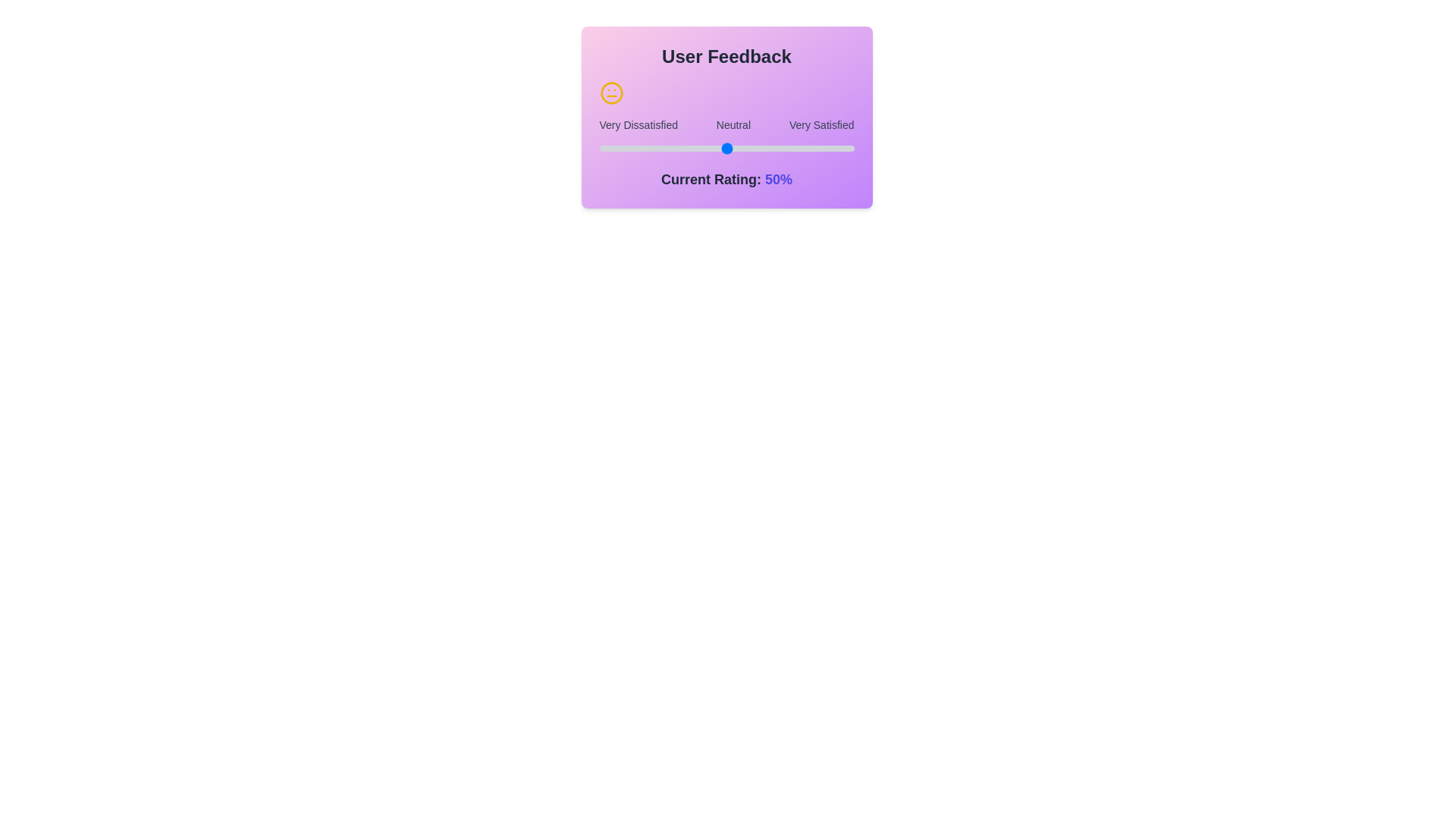 The width and height of the screenshot is (1456, 819). I want to click on the slider to set the rating to 50%, so click(726, 149).